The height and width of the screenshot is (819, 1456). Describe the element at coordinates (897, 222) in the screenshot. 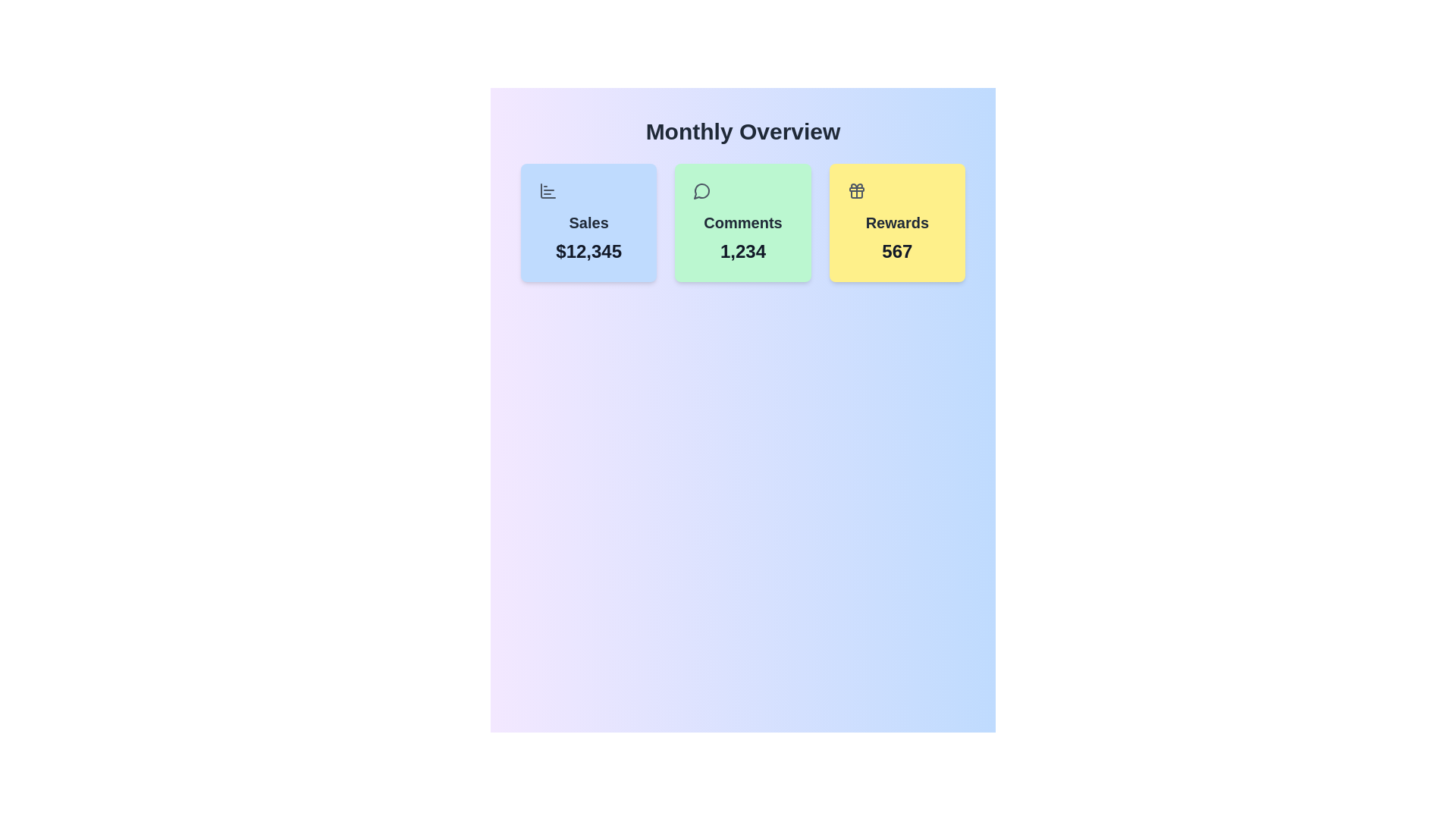

I see `the 'Rewards' text label, which is bold, large, and gray against a yellow background, located centrally in the rightmost card under the 'Monthly Overview' heading` at that location.